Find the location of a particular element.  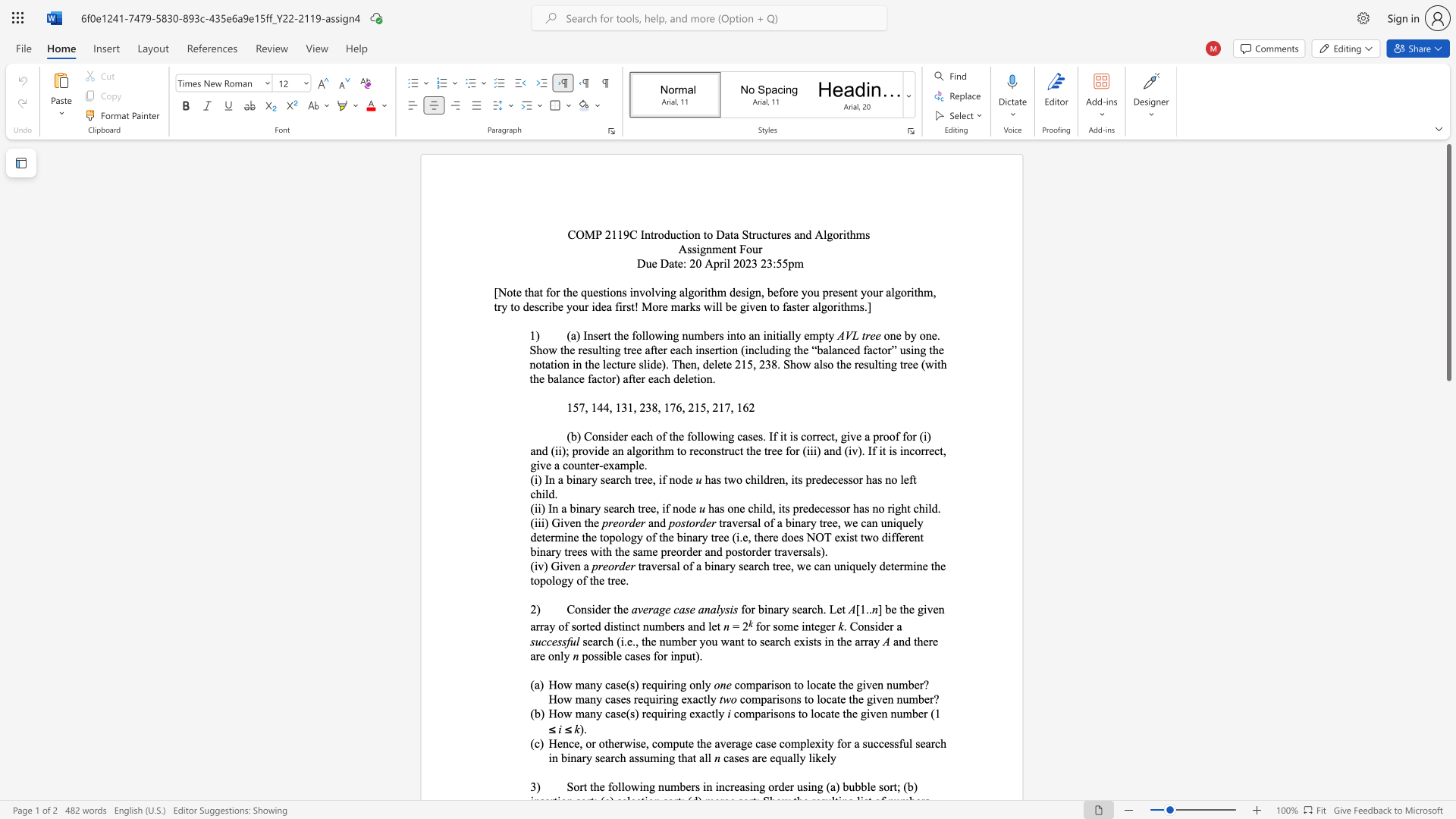

the 1th character "m" in the text is located at coordinates (716, 248).